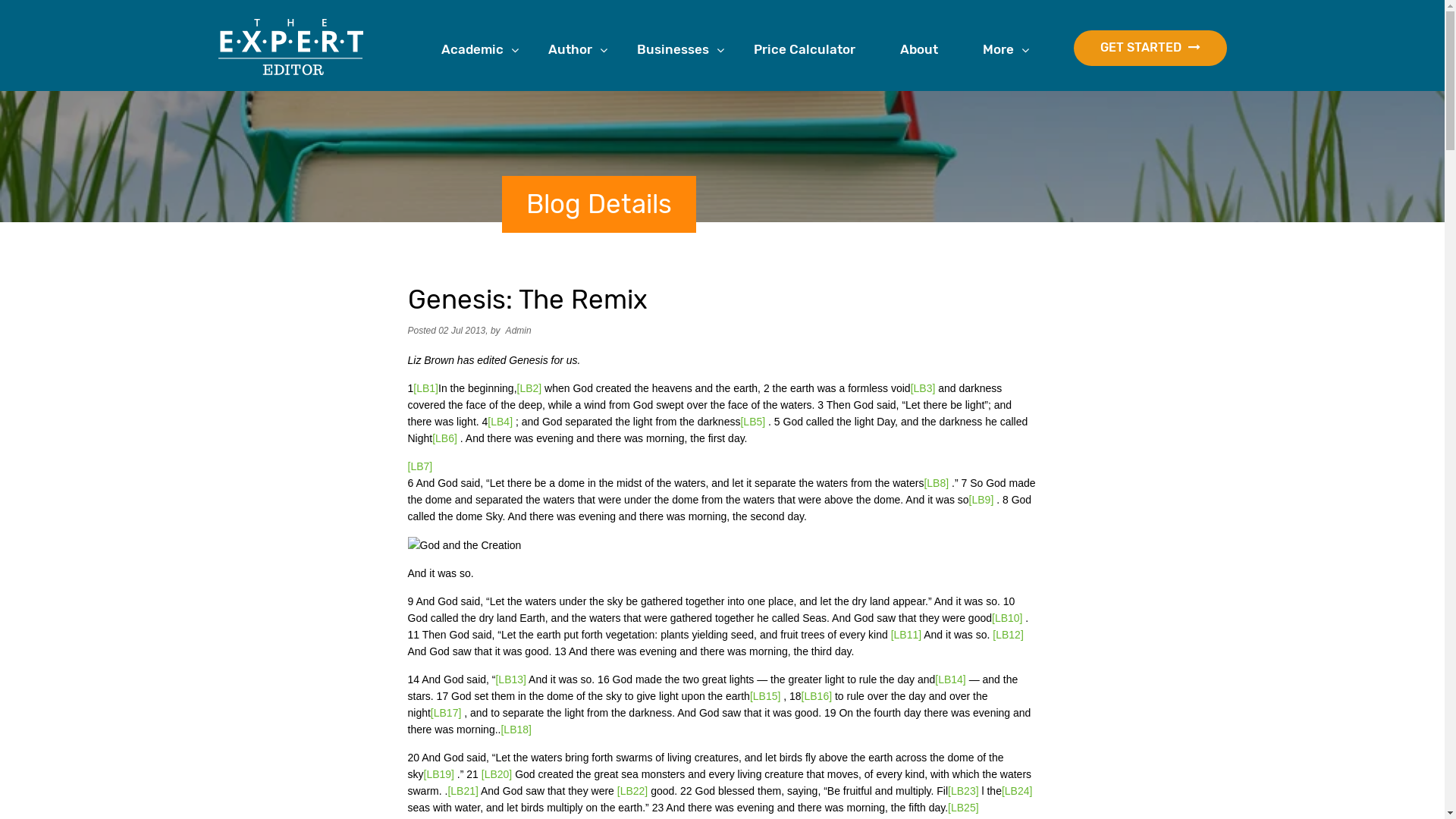  I want to click on '[LB20]', so click(480, 774).